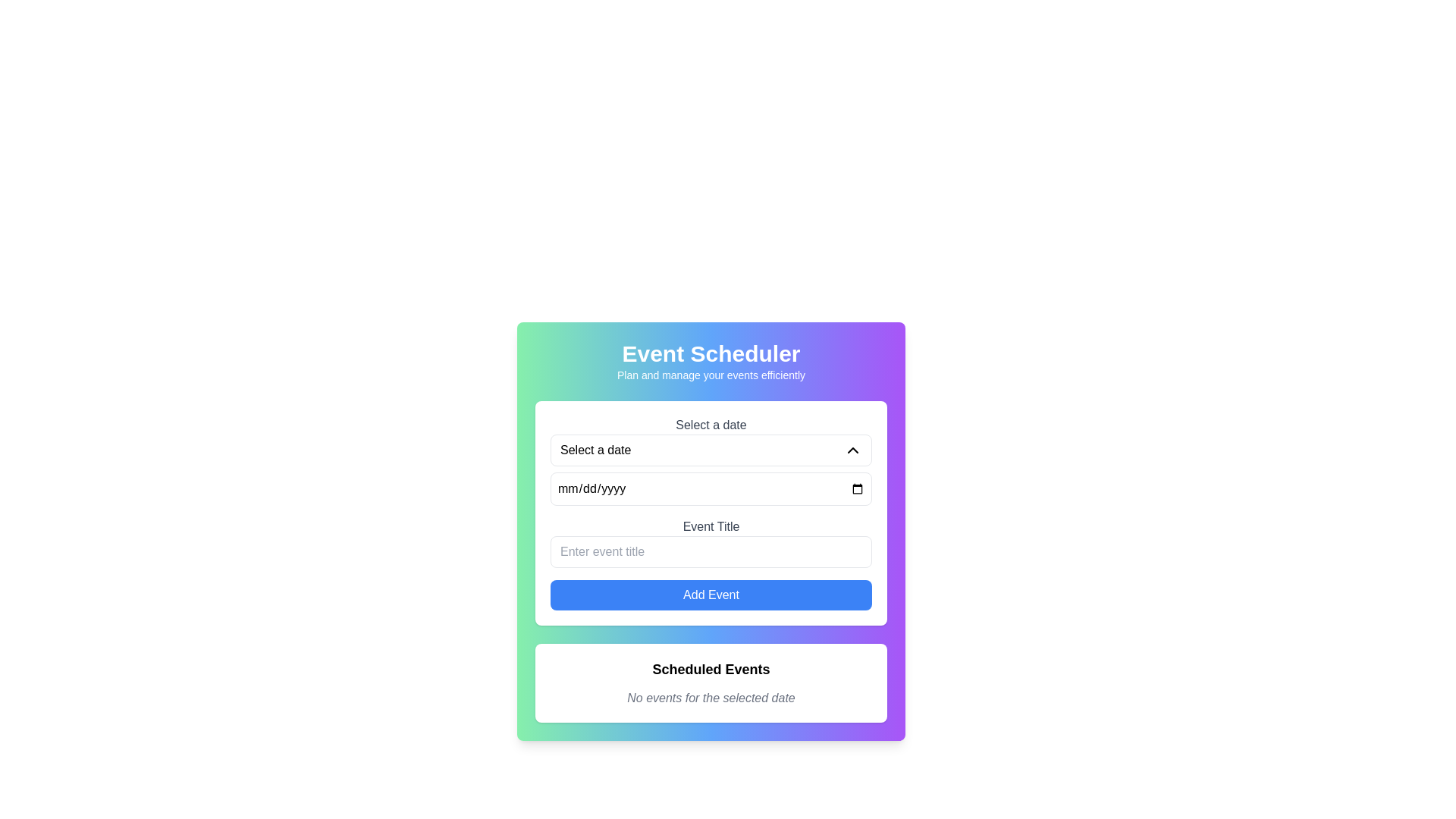 The height and width of the screenshot is (819, 1456). I want to click on the Text label that describes the expected input for the event title, which is located in the center of the layout above the input field, so click(710, 526).